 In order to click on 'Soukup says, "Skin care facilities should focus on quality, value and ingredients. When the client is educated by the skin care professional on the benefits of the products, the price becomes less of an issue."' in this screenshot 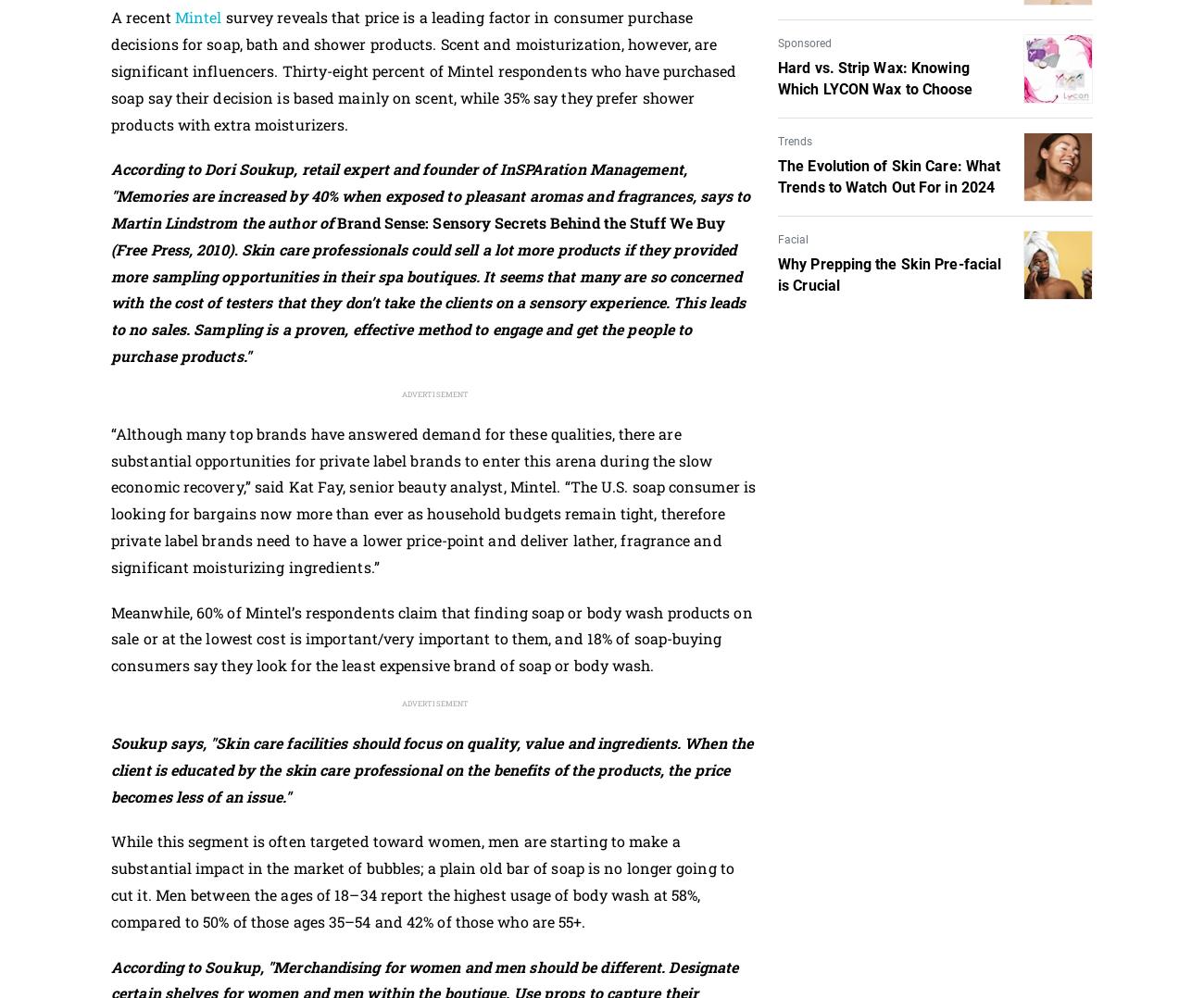, I will do `click(431, 769)`.